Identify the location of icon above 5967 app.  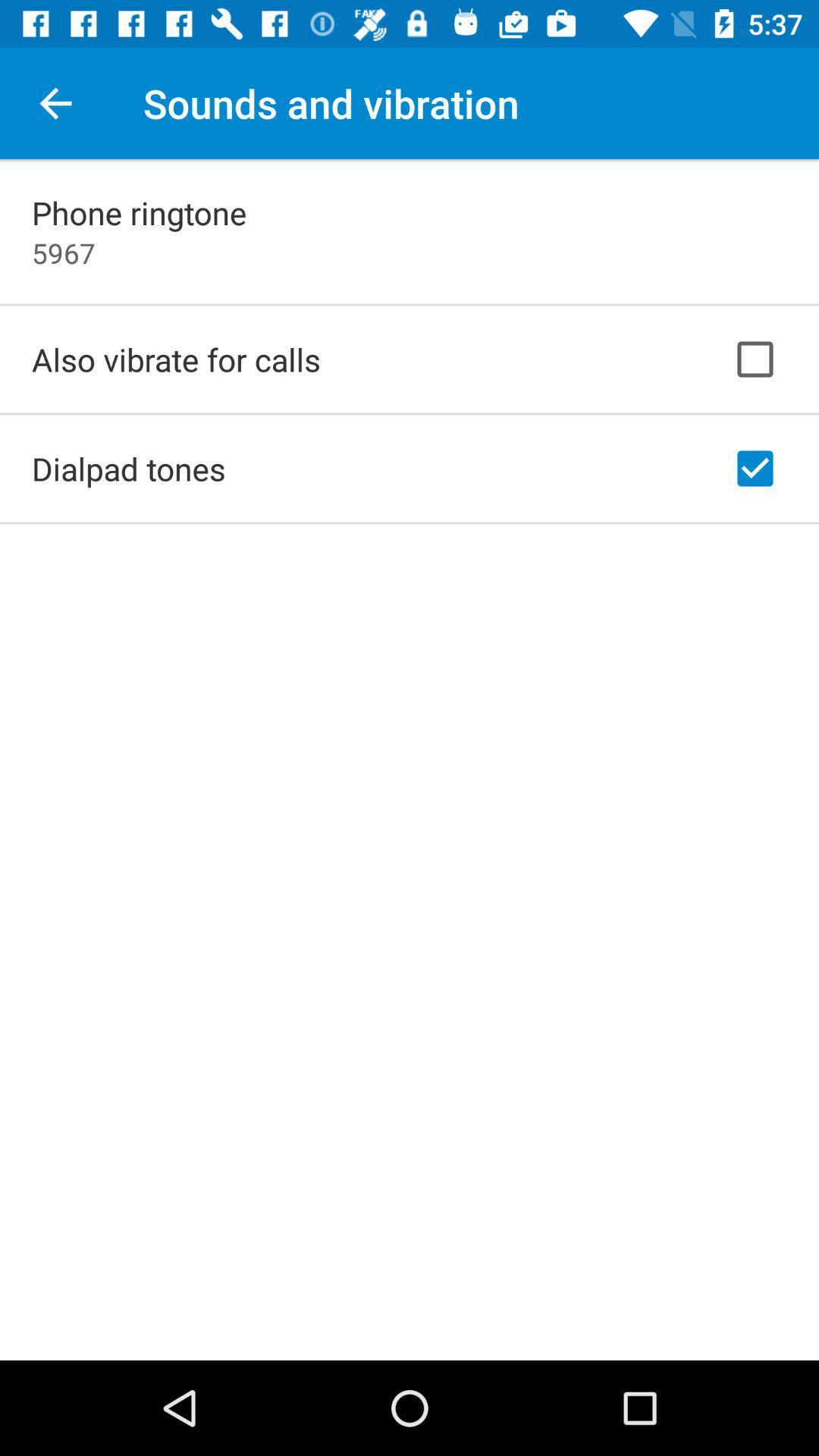
(139, 212).